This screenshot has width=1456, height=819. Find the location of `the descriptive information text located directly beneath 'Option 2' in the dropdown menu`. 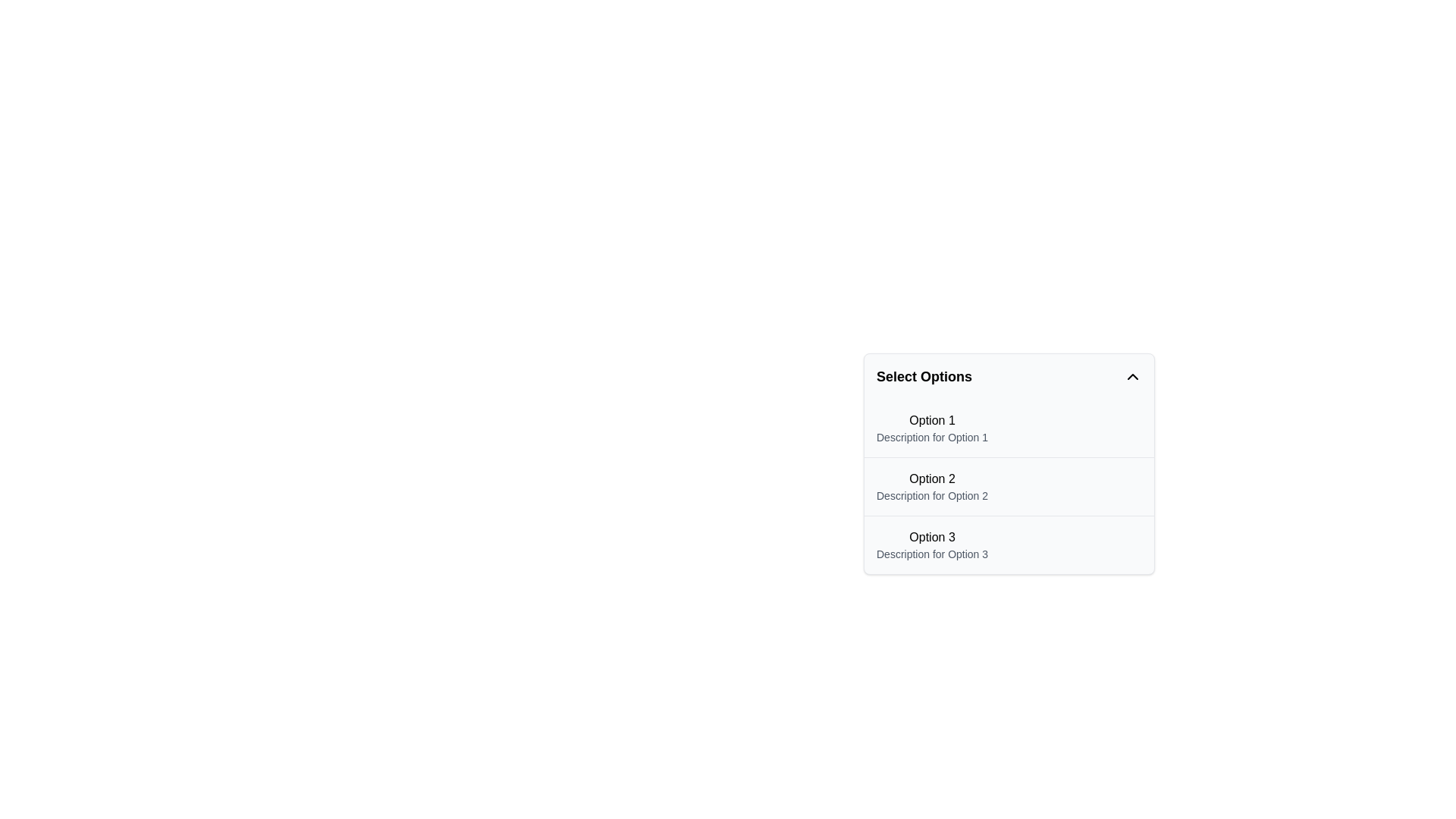

the descriptive information text located directly beneath 'Option 2' in the dropdown menu is located at coordinates (931, 496).